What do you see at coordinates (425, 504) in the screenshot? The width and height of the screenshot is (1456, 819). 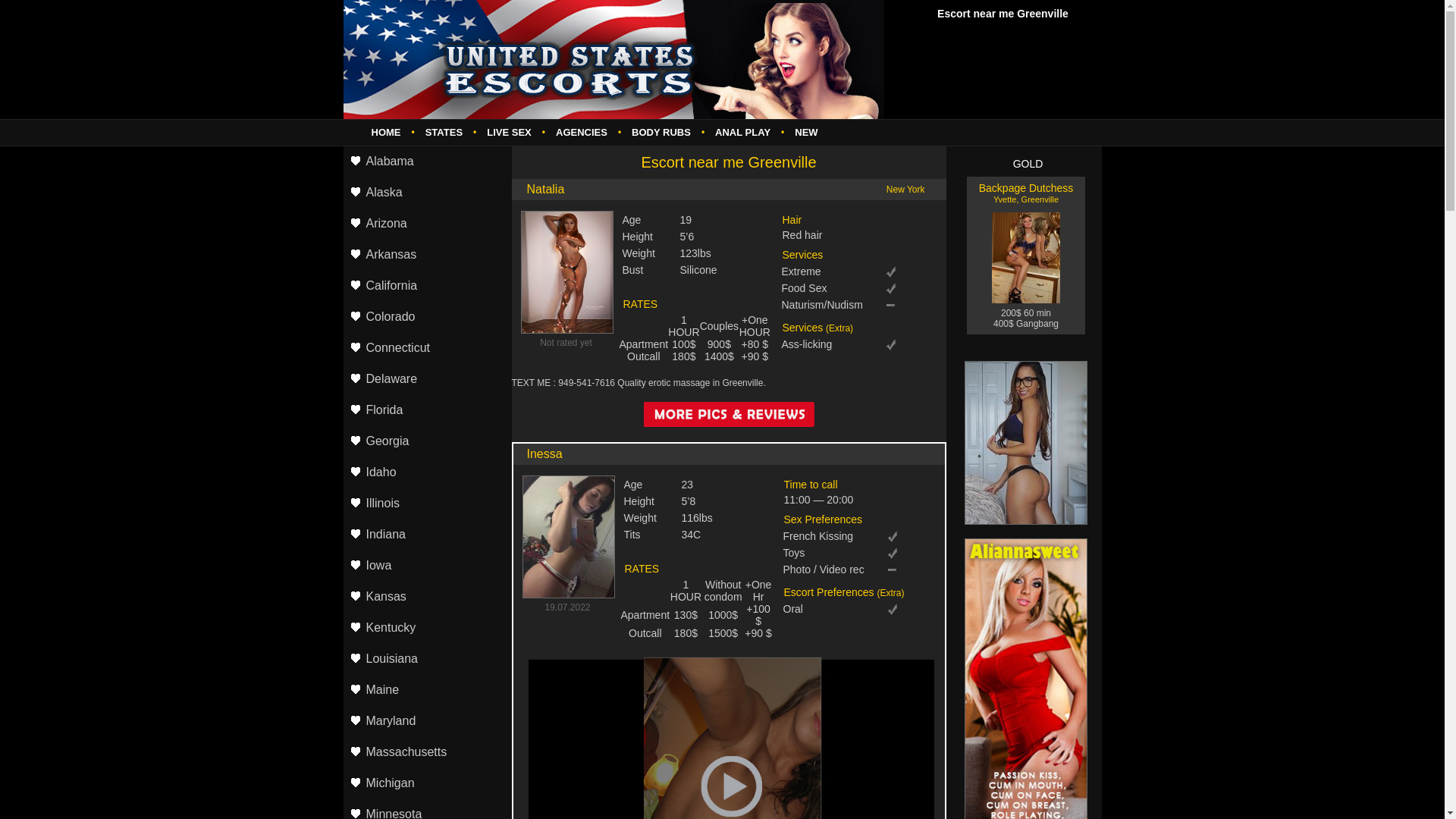 I see `'Illinois'` at bounding box center [425, 504].